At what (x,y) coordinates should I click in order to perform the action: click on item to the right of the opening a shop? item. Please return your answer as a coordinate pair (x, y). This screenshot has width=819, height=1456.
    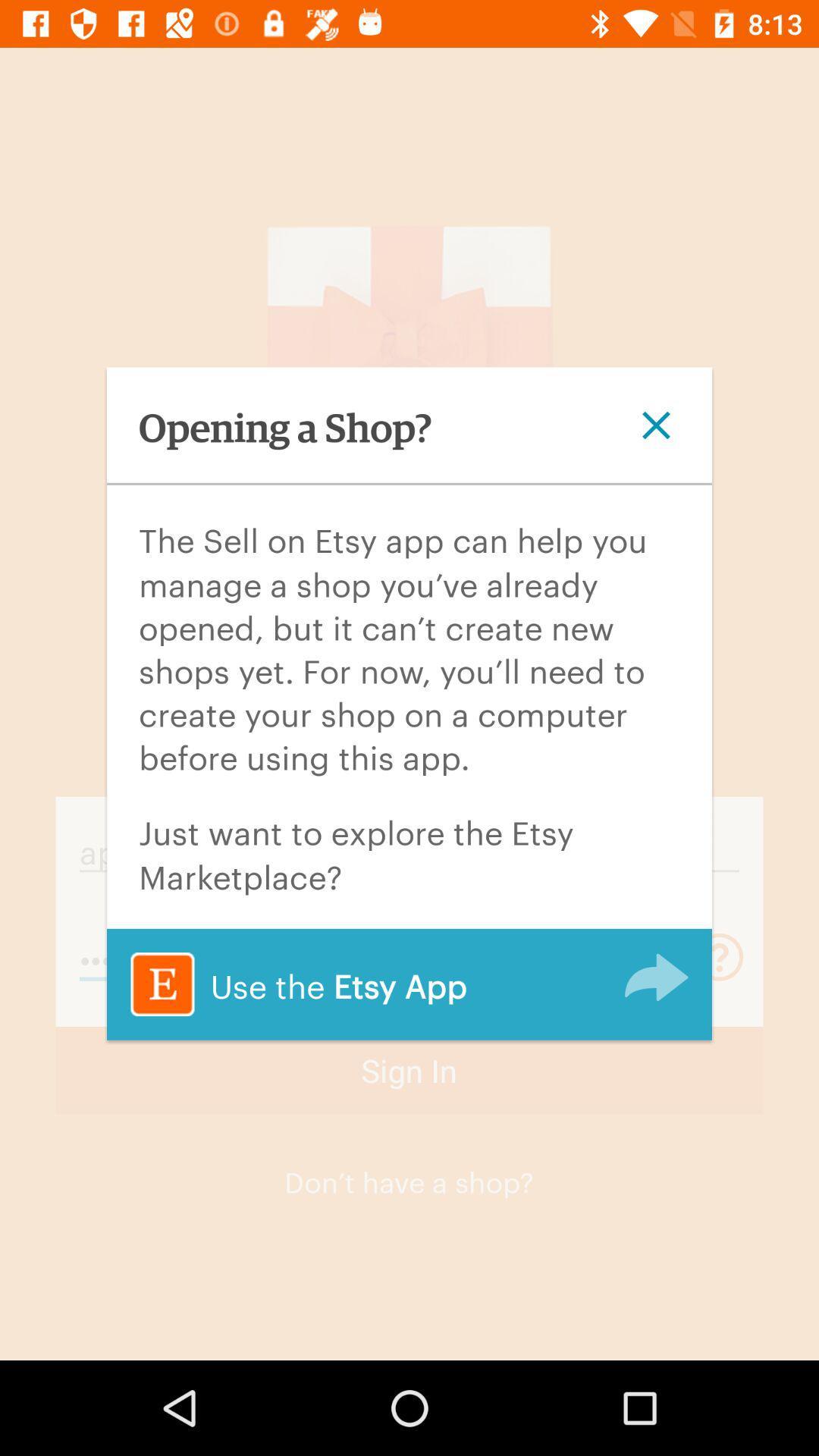
    Looking at the image, I should click on (655, 425).